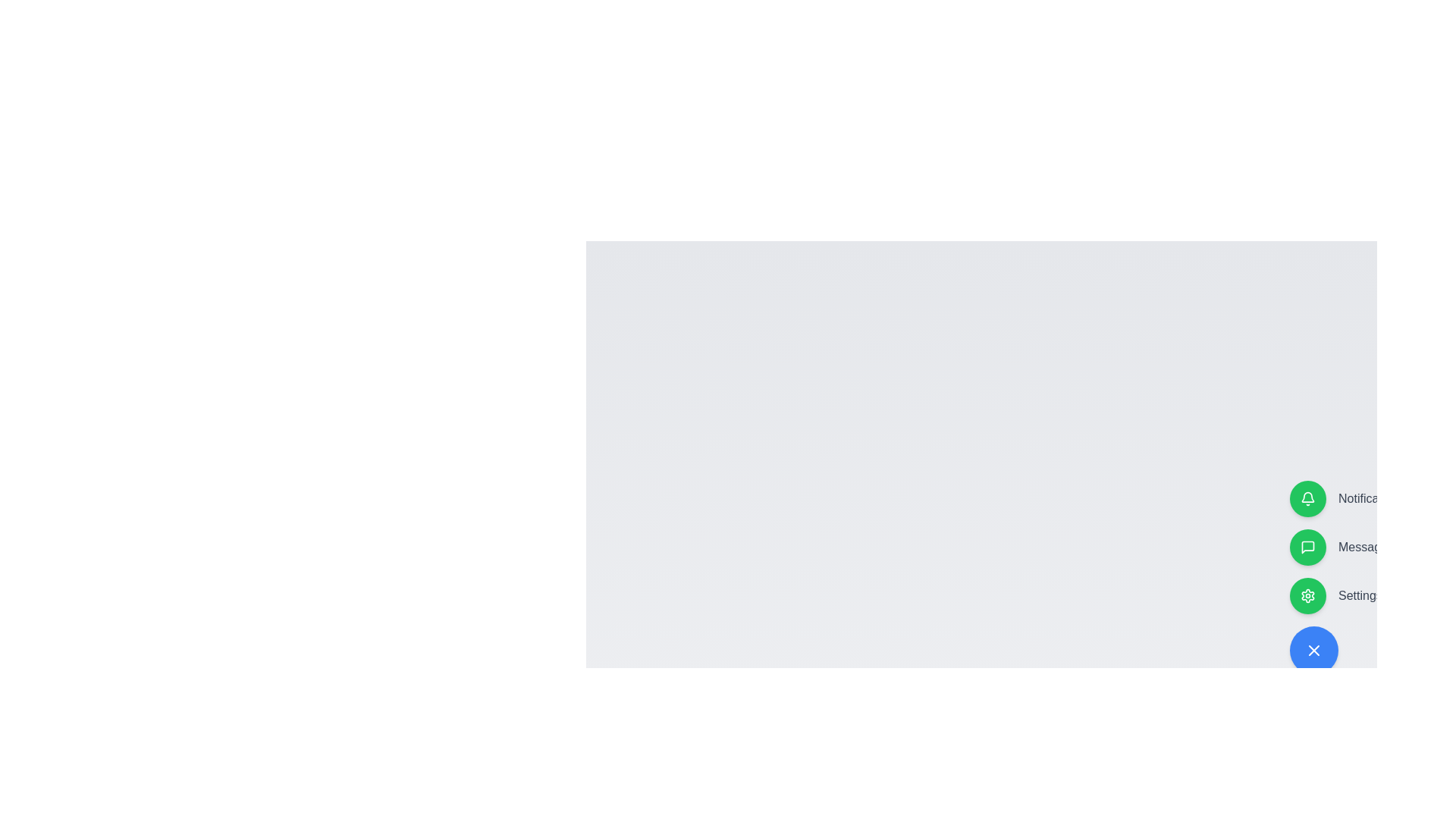 This screenshot has height=819, width=1456. I want to click on the button associated with the label Messages, so click(1307, 547).